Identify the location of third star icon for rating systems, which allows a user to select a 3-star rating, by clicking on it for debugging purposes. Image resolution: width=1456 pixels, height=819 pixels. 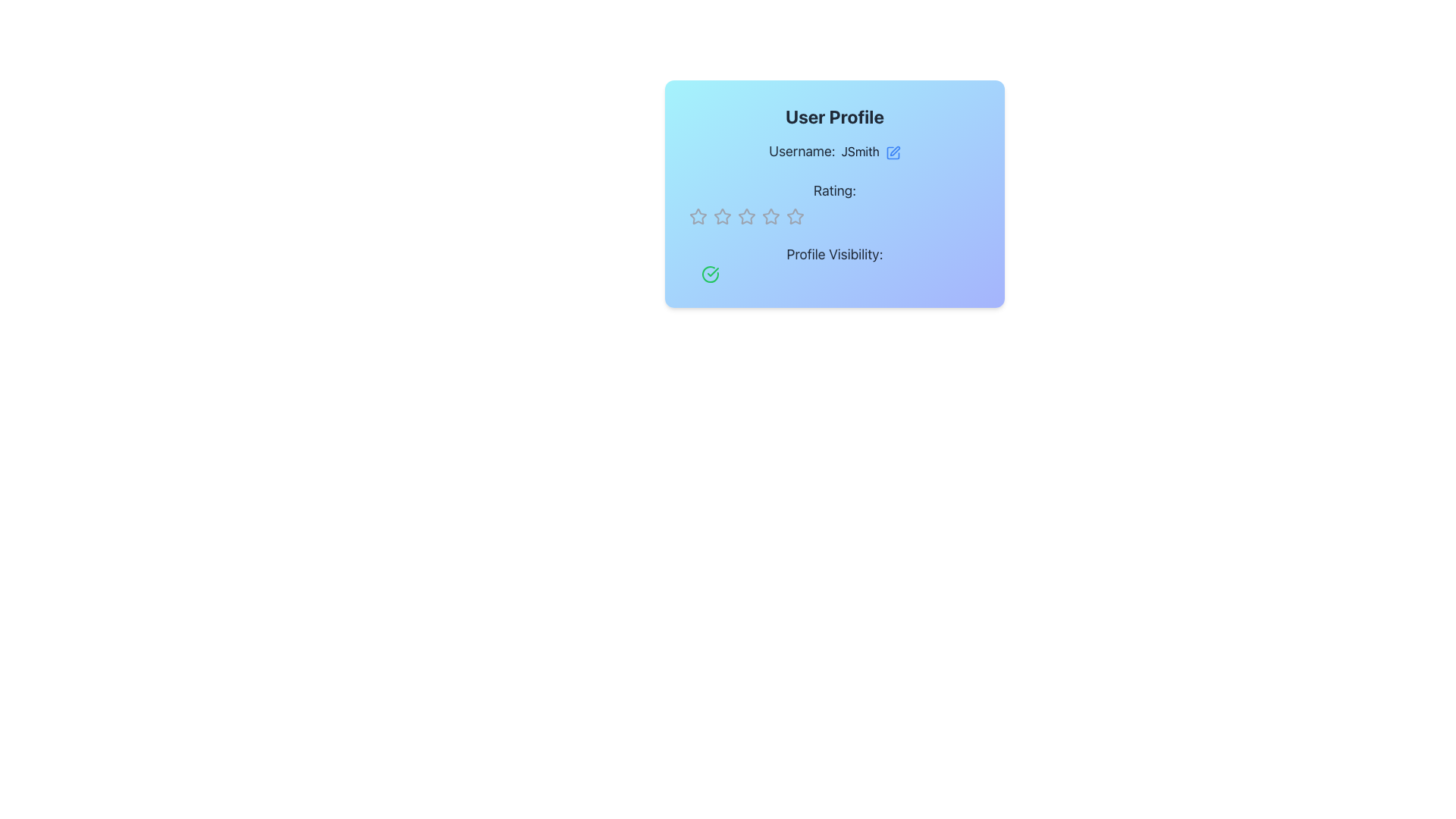
(793, 216).